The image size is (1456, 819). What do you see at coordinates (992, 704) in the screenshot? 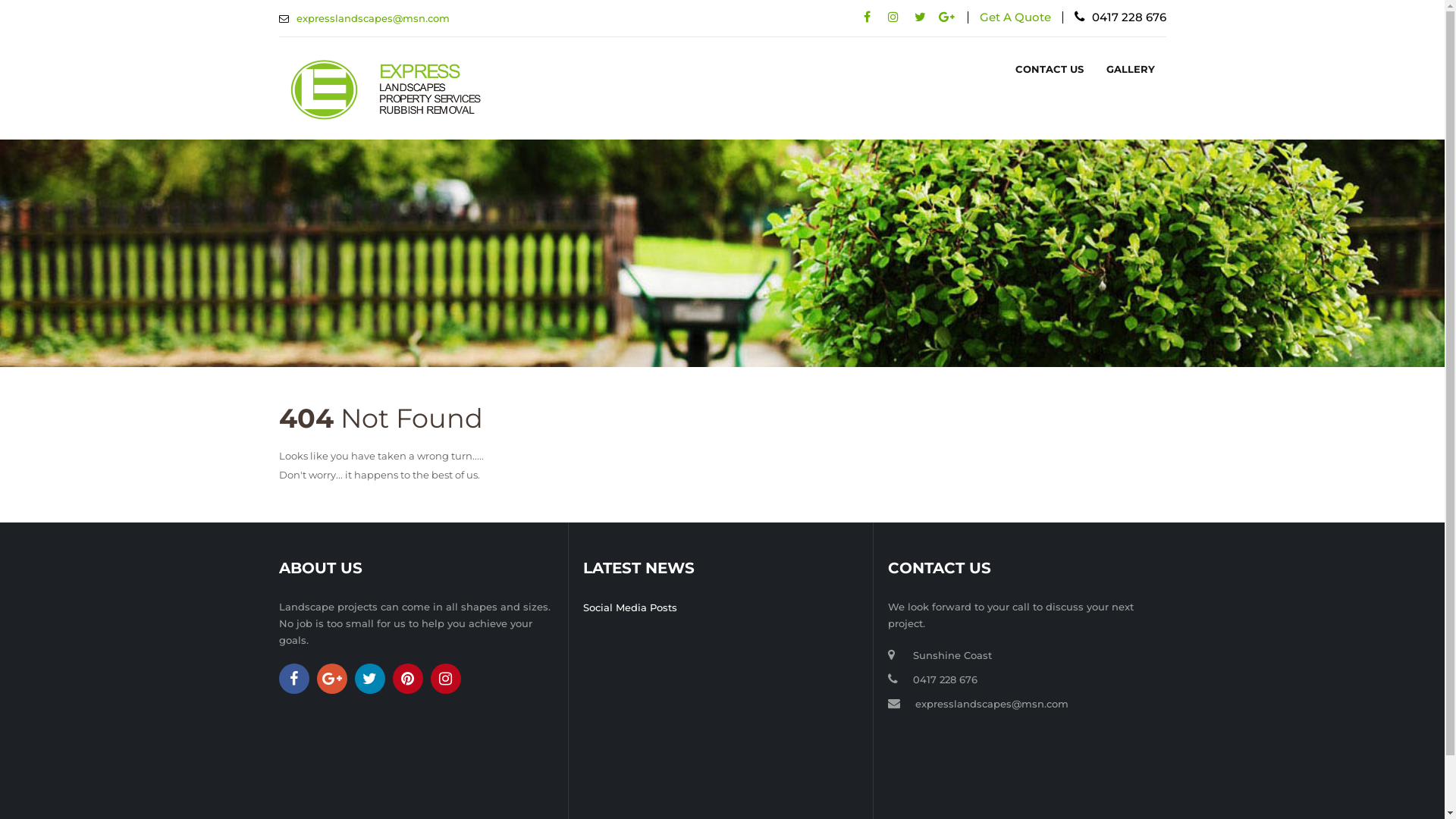
I see `'expresslandscapes@msn.com'` at bounding box center [992, 704].